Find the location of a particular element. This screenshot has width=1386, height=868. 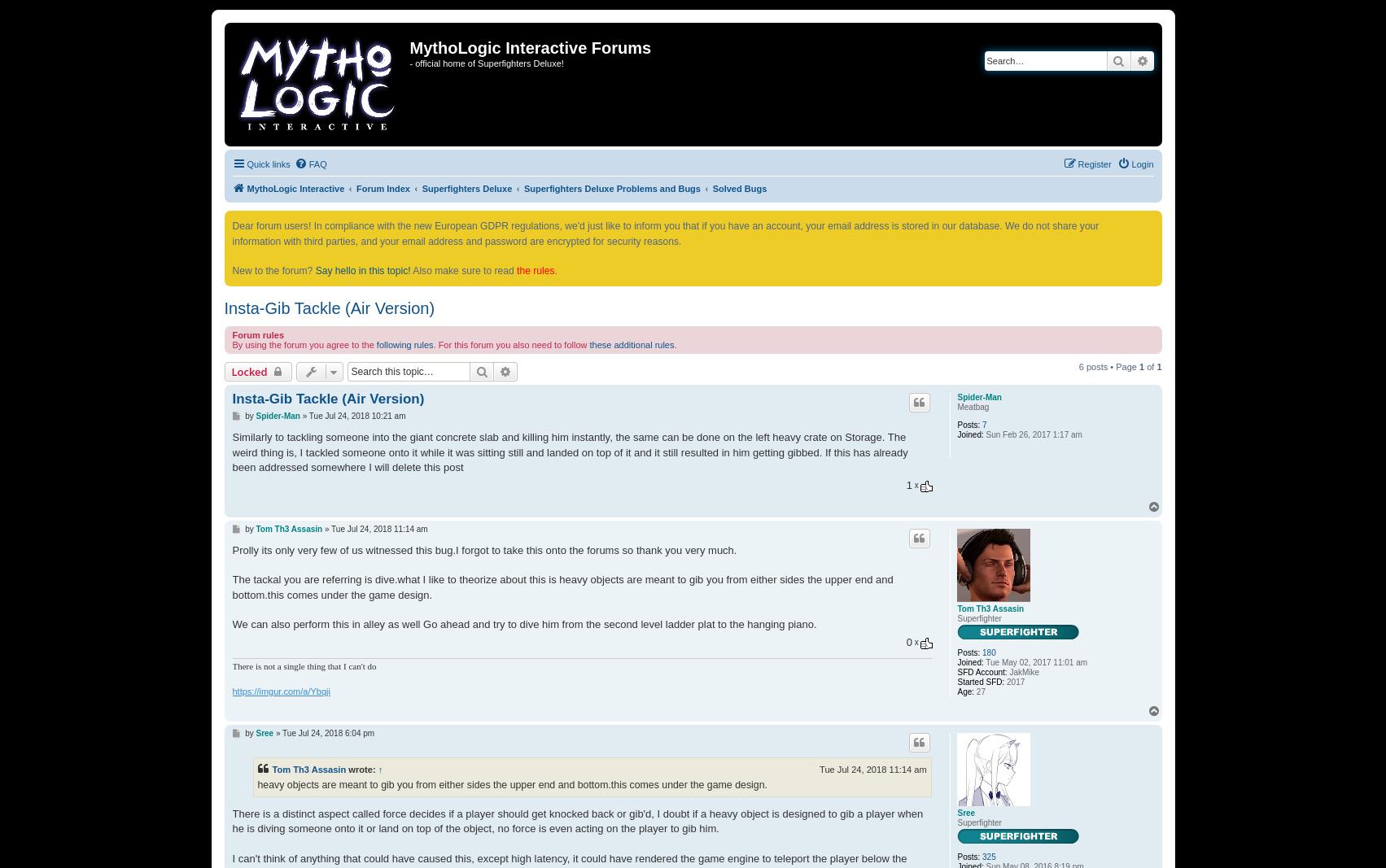

'Tue Jul 24, 2018 6:04 pm' is located at coordinates (328, 733).